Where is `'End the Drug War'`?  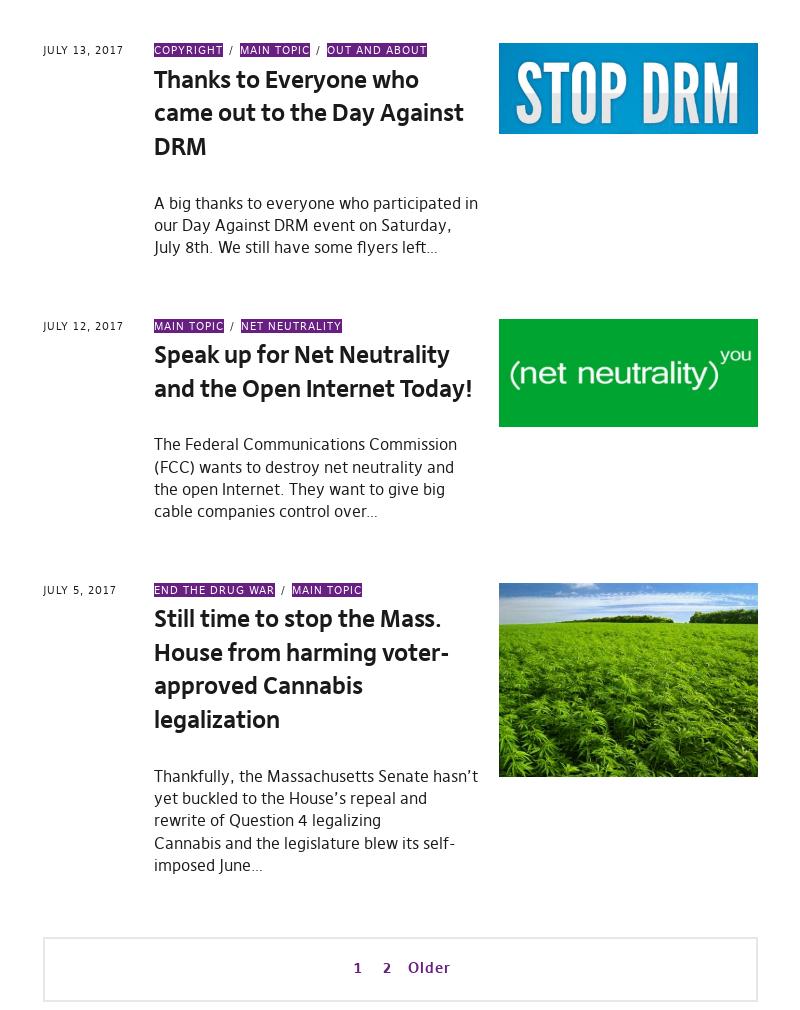
'End the Drug War' is located at coordinates (214, 588).